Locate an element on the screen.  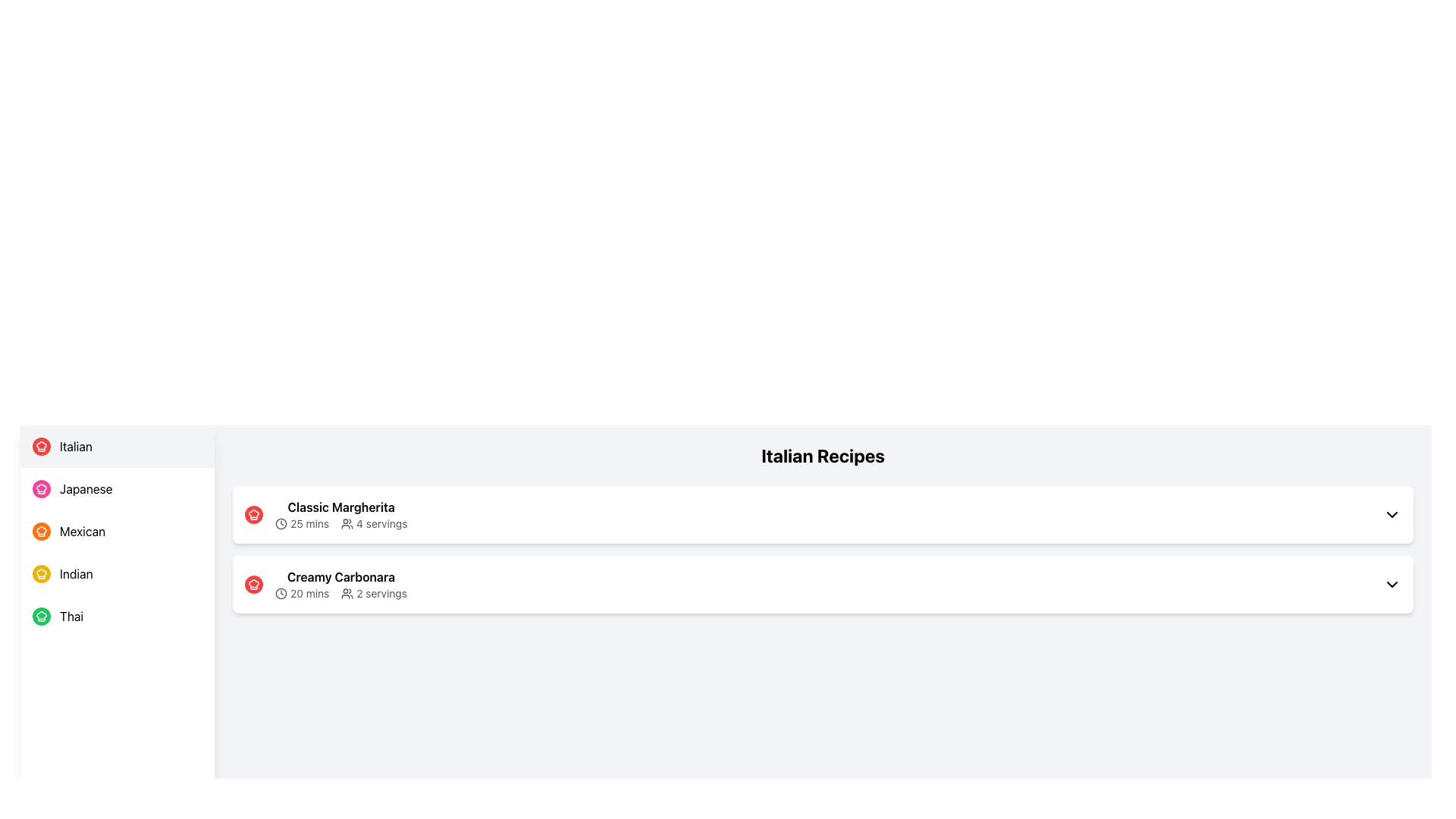
the cooking-related icon representing the 'Classic Margherita' dish, which is located in the top-left section of its tile, adjacent to the title and details is located at coordinates (254, 513).